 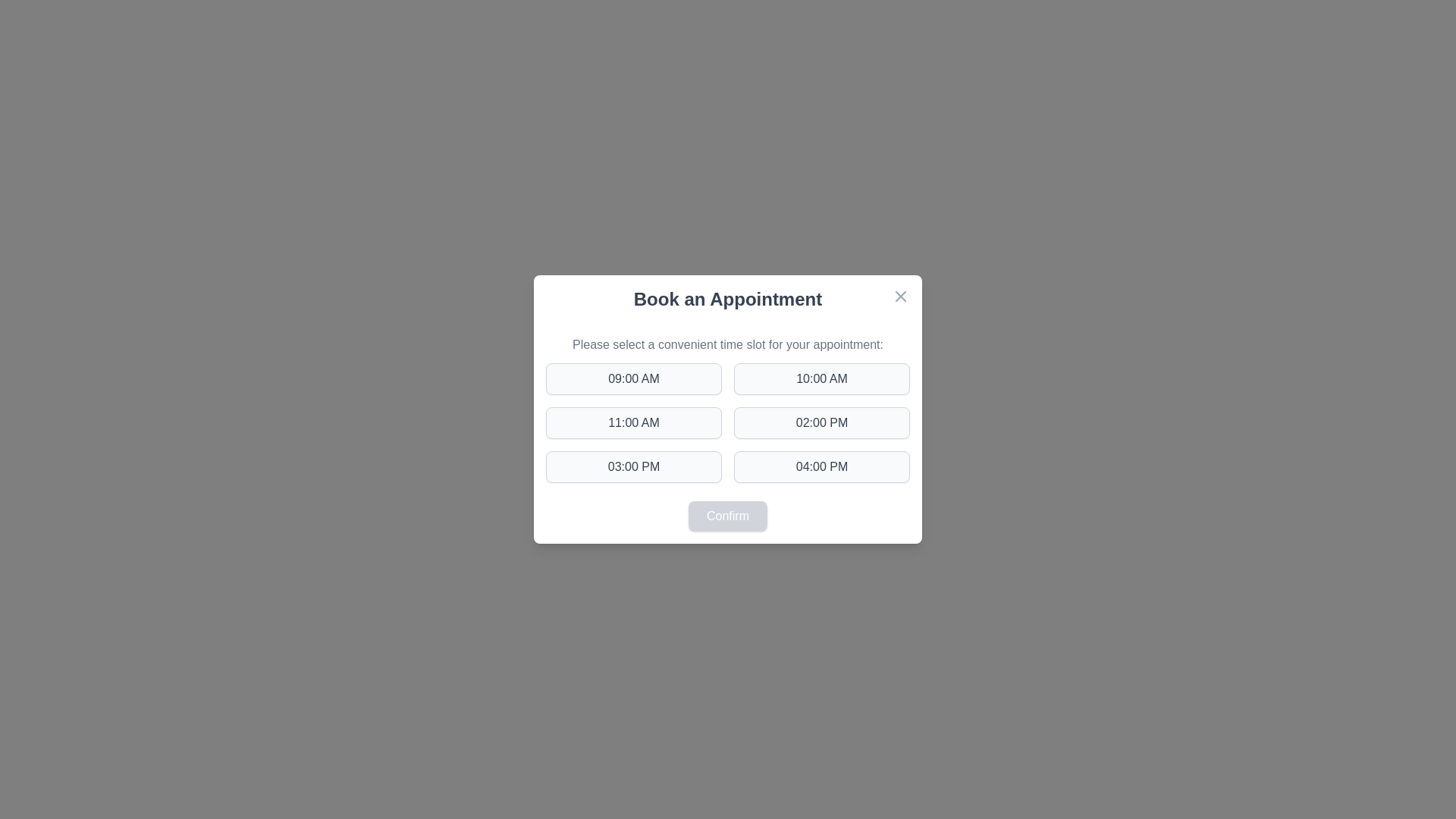 What do you see at coordinates (633, 378) in the screenshot?
I see `the time slot button labeled 09:00 AM` at bounding box center [633, 378].